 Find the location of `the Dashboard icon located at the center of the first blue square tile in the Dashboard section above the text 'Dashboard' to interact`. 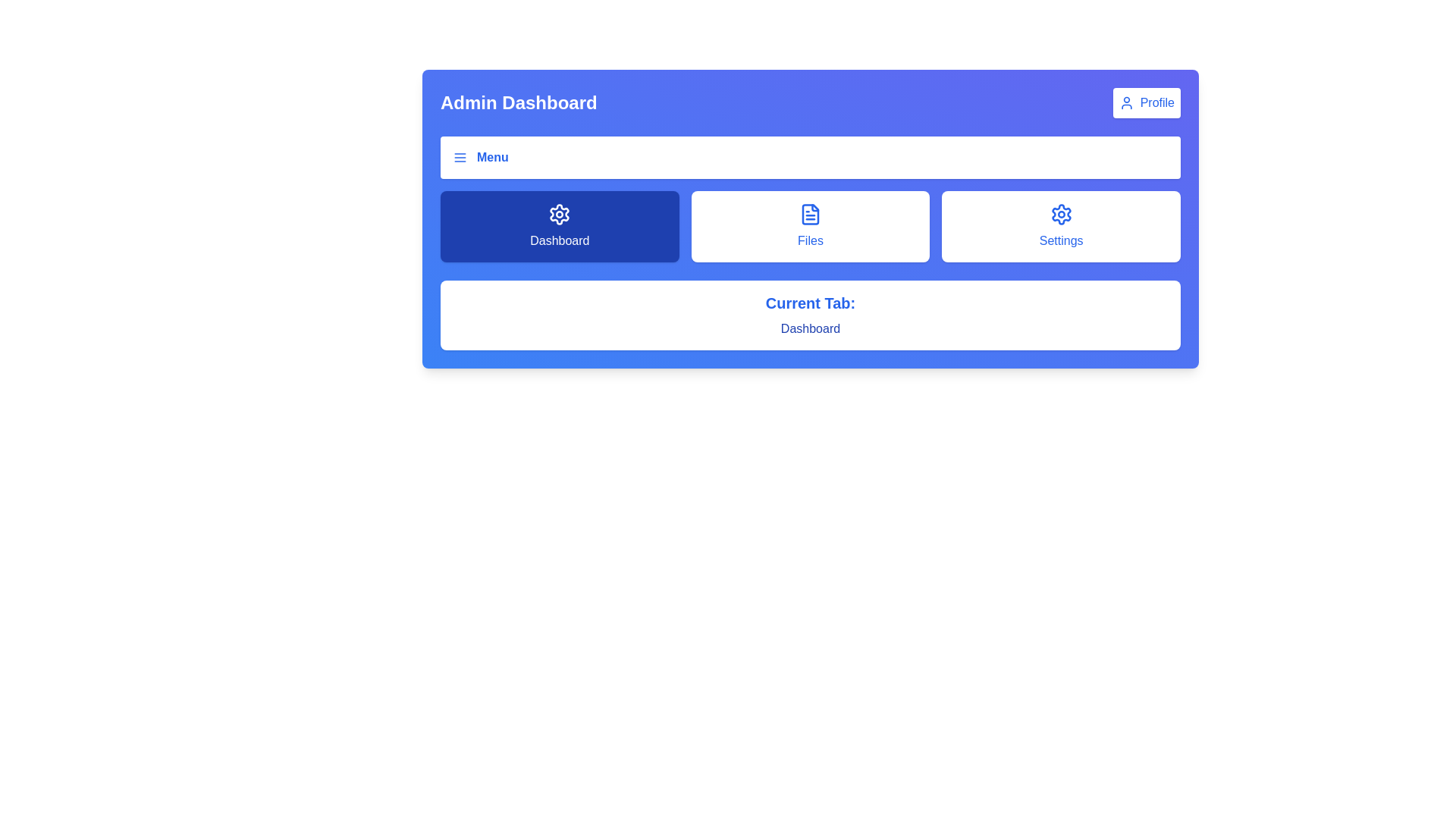

the Dashboard icon located at the center of the first blue square tile in the Dashboard section above the text 'Dashboard' to interact is located at coordinates (559, 214).